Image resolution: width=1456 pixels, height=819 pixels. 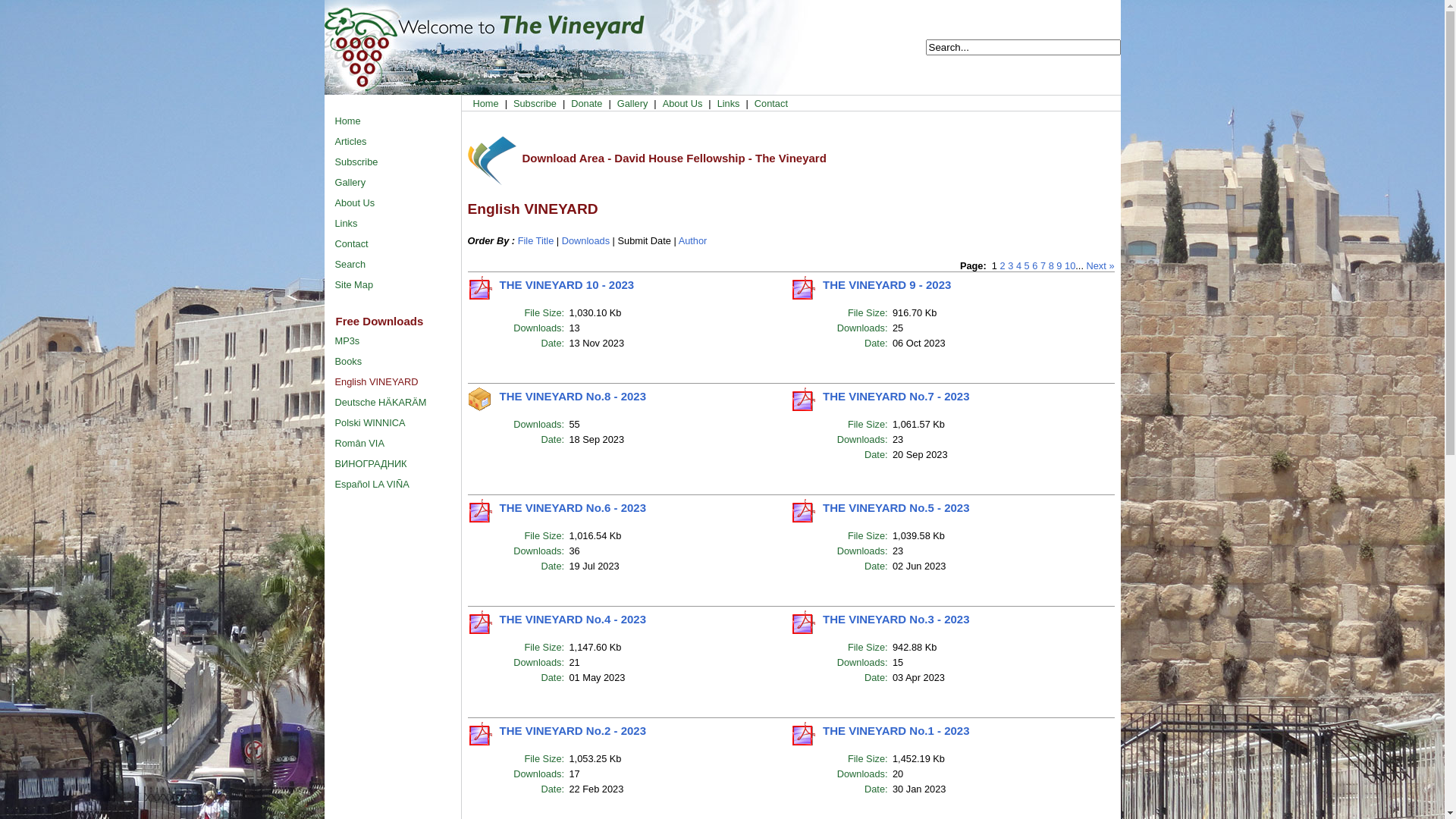 What do you see at coordinates (1055, 265) in the screenshot?
I see `'9'` at bounding box center [1055, 265].